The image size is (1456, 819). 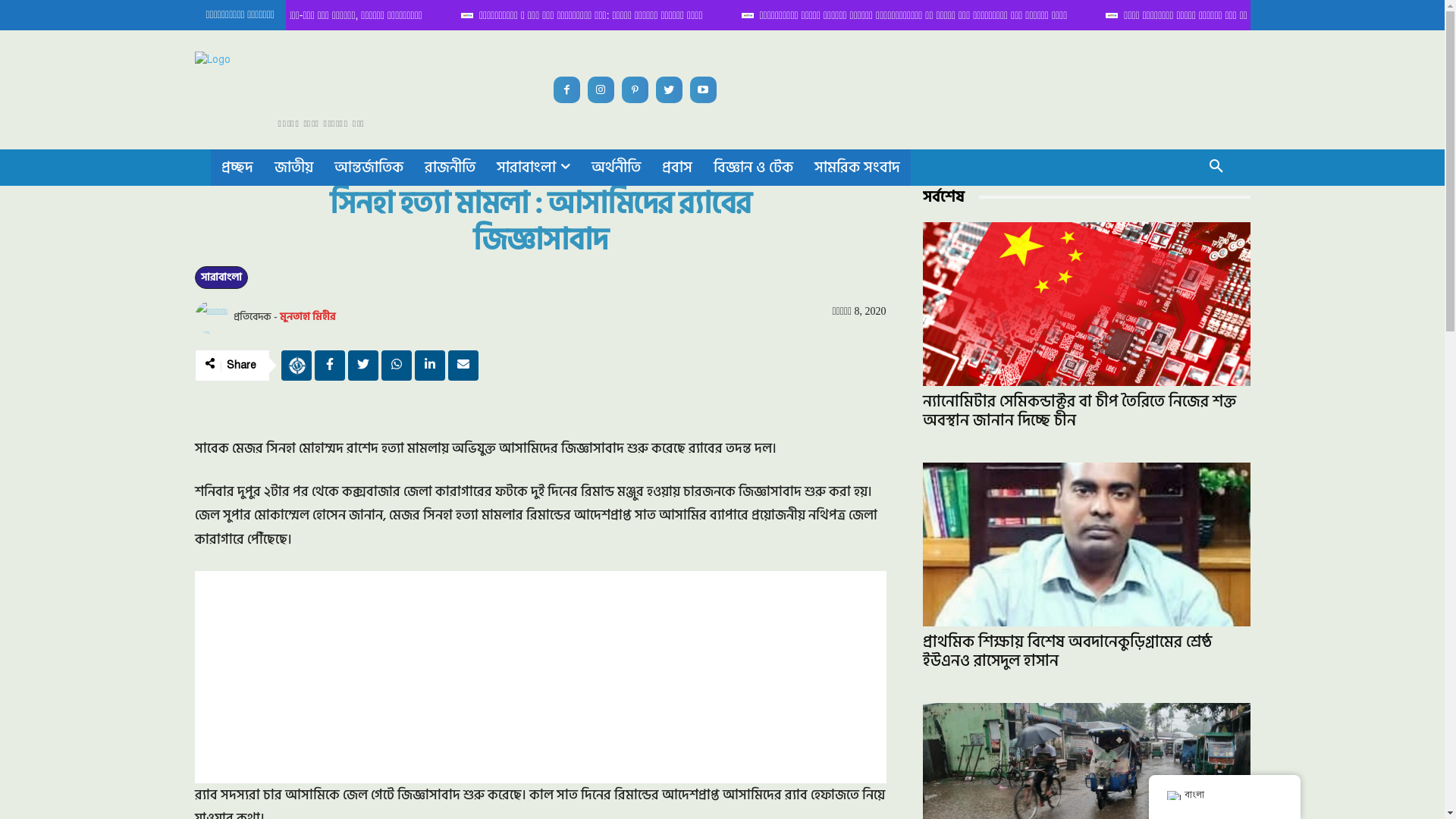 I want to click on 'Facebook', so click(x=566, y=89).